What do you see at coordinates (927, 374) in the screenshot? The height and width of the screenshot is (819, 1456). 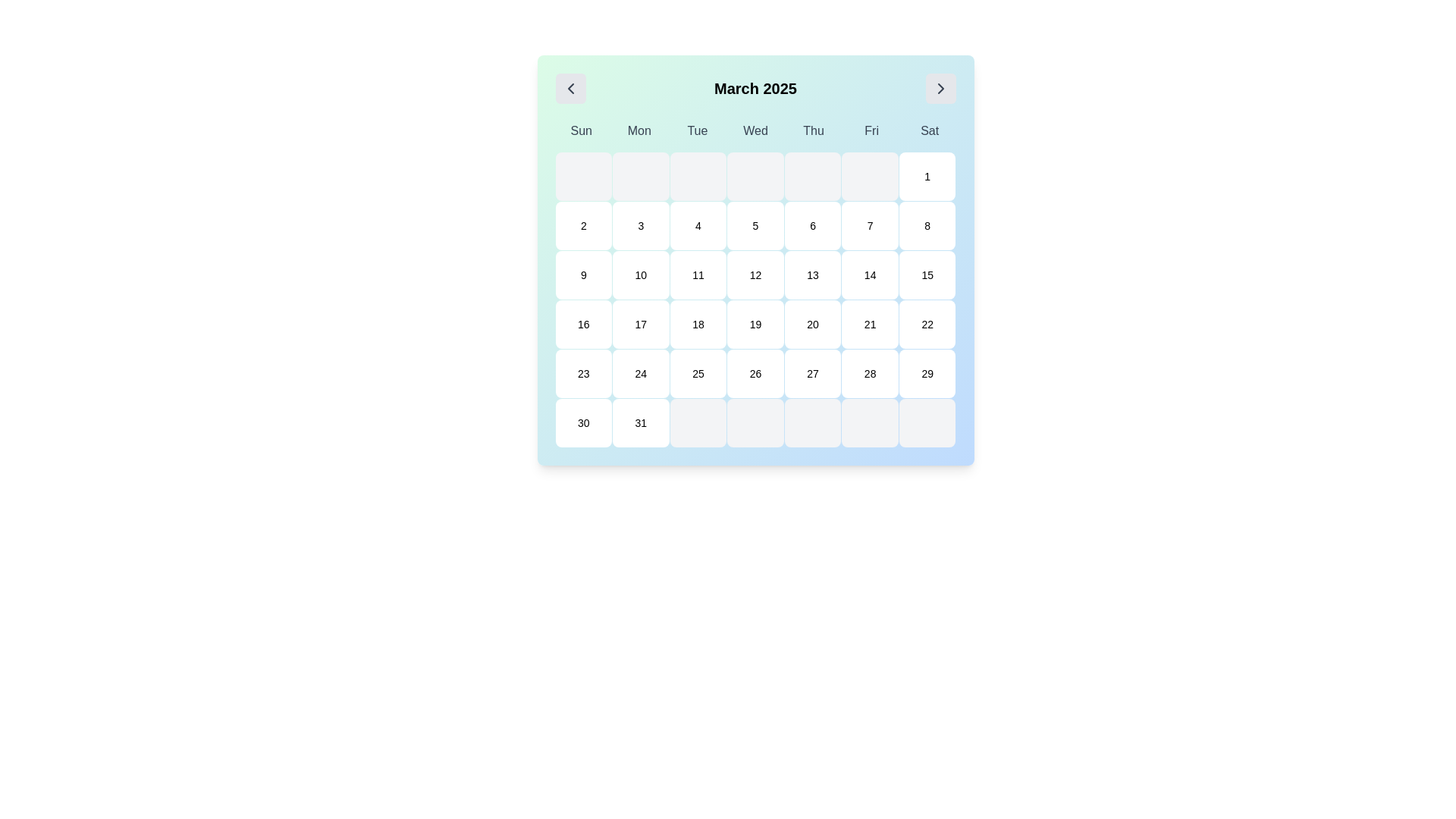 I see `the clickable calendar date cell displaying the numeral '29'` at bounding box center [927, 374].